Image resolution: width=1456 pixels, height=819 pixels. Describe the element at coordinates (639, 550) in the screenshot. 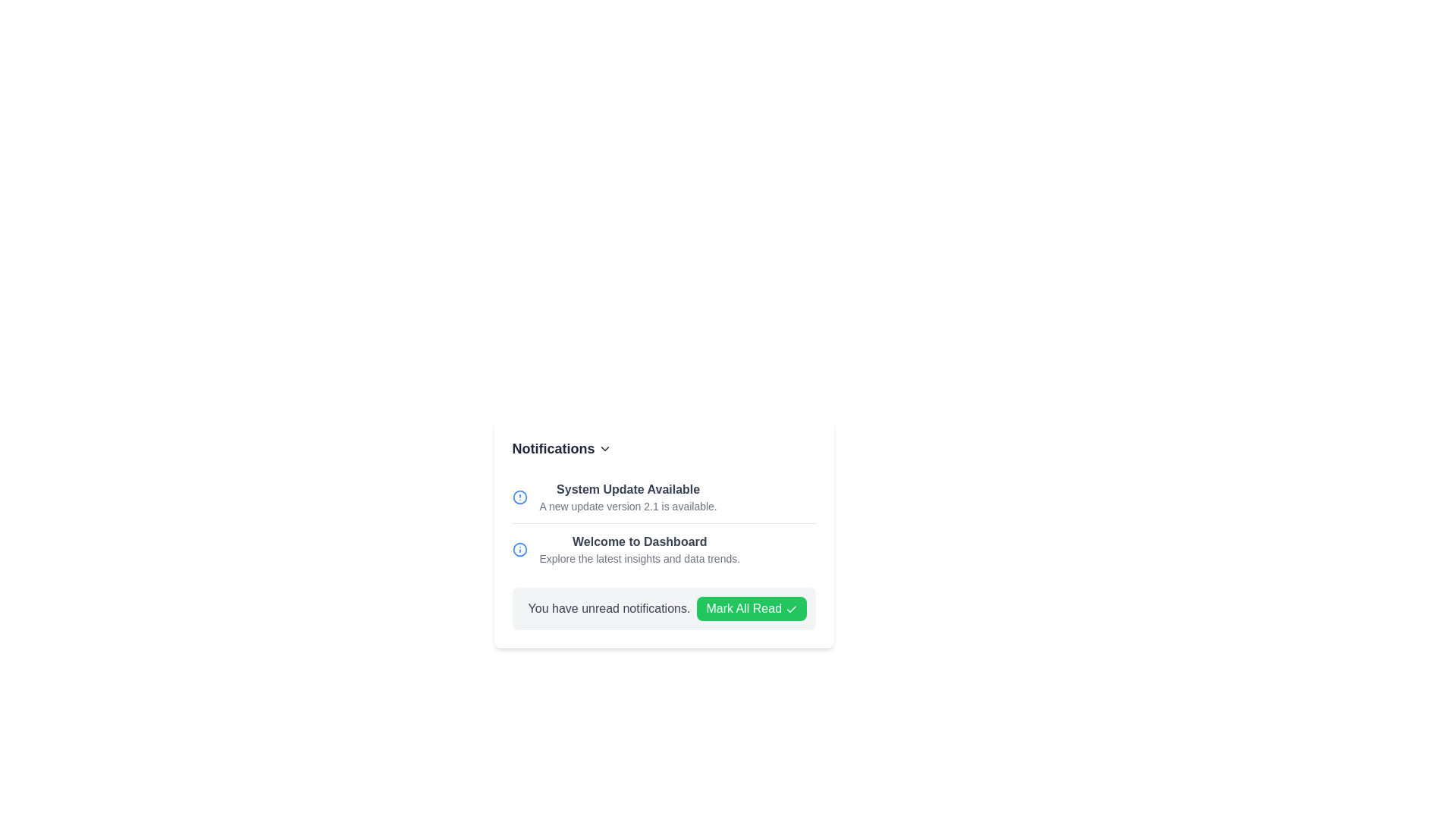

I see `the text block that displays a welcoming message and brief description, located in the notification section between the 'System Update Available' notification and the 'You have unread notifications' text` at that location.